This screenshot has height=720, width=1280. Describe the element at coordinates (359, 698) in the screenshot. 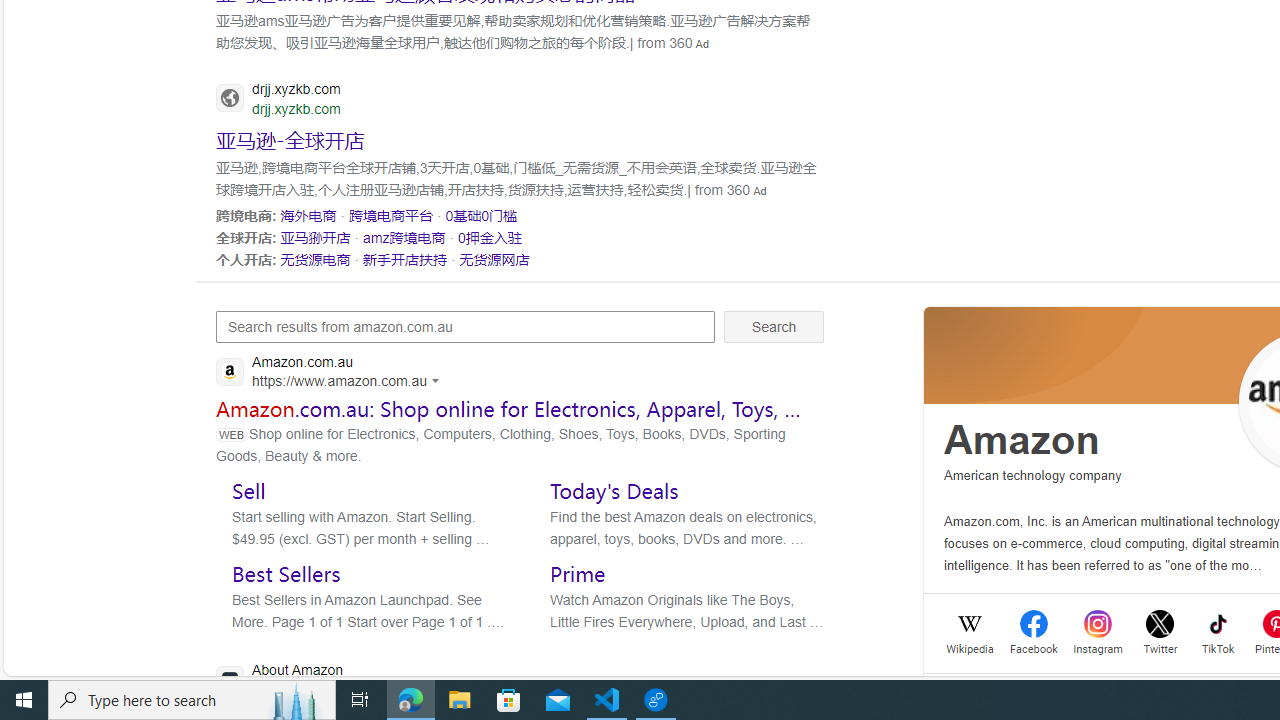

I see `'Task View'` at that location.